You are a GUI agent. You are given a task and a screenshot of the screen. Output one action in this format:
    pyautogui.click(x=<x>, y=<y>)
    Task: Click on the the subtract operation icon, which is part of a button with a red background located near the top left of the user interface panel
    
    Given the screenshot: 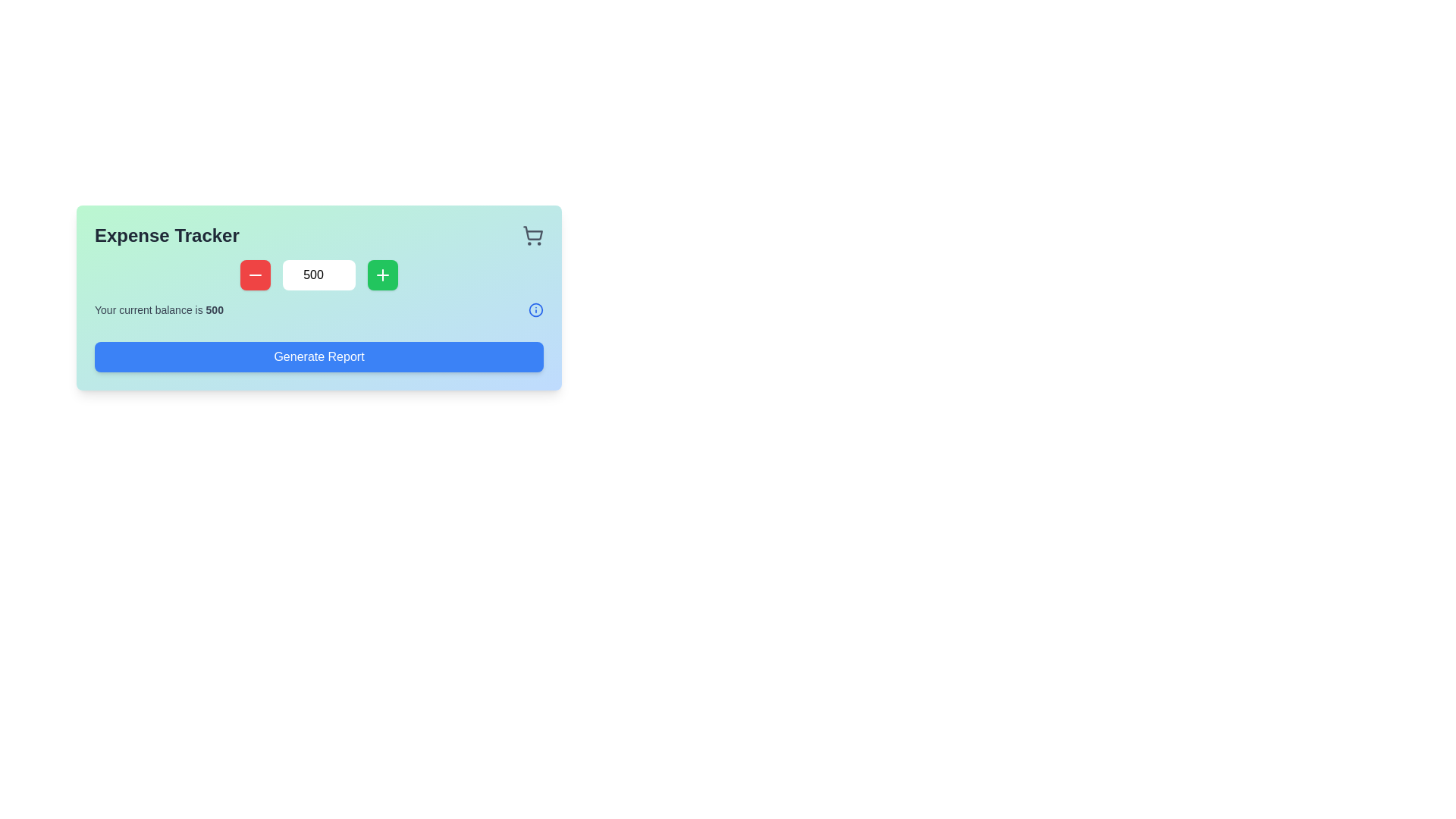 What is the action you would take?
    pyautogui.click(x=255, y=275)
    